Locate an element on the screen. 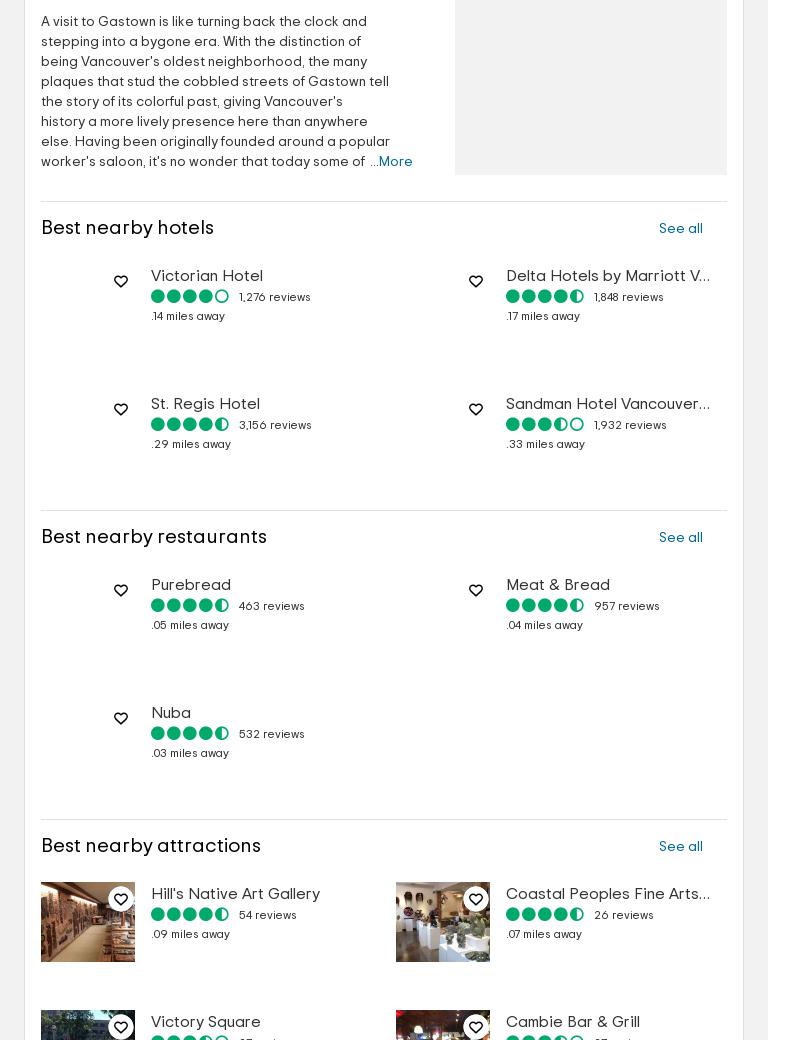  '532 reviews' is located at coordinates (272, 734).